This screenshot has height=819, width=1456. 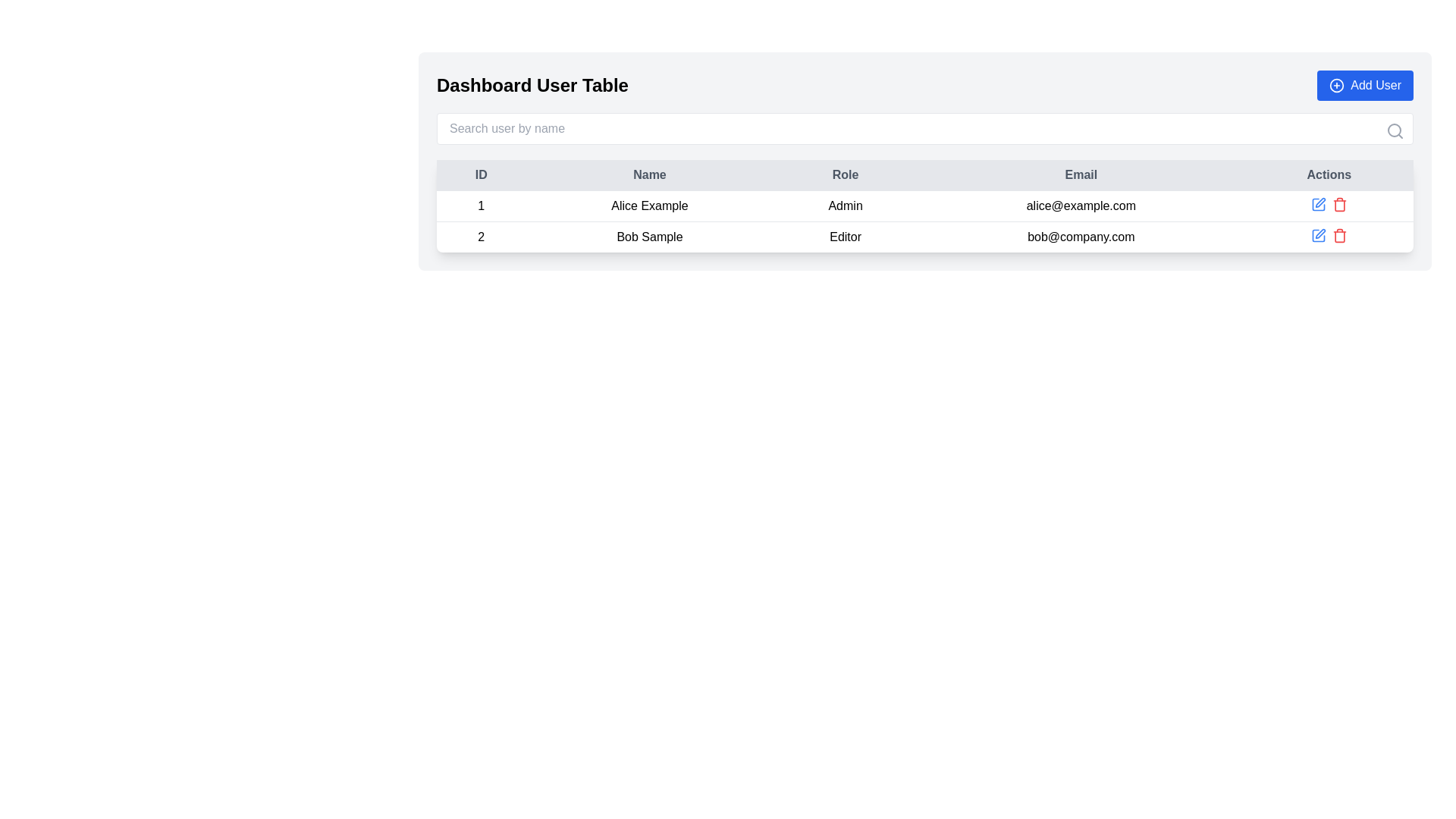 What do you see at coordinates (1328, 174) in the screenshot?
I see `the fifth column header in the data table that indicates actions related to row items, located directly to the right of the 'Email' column header` at bounding box center [1328, 174].